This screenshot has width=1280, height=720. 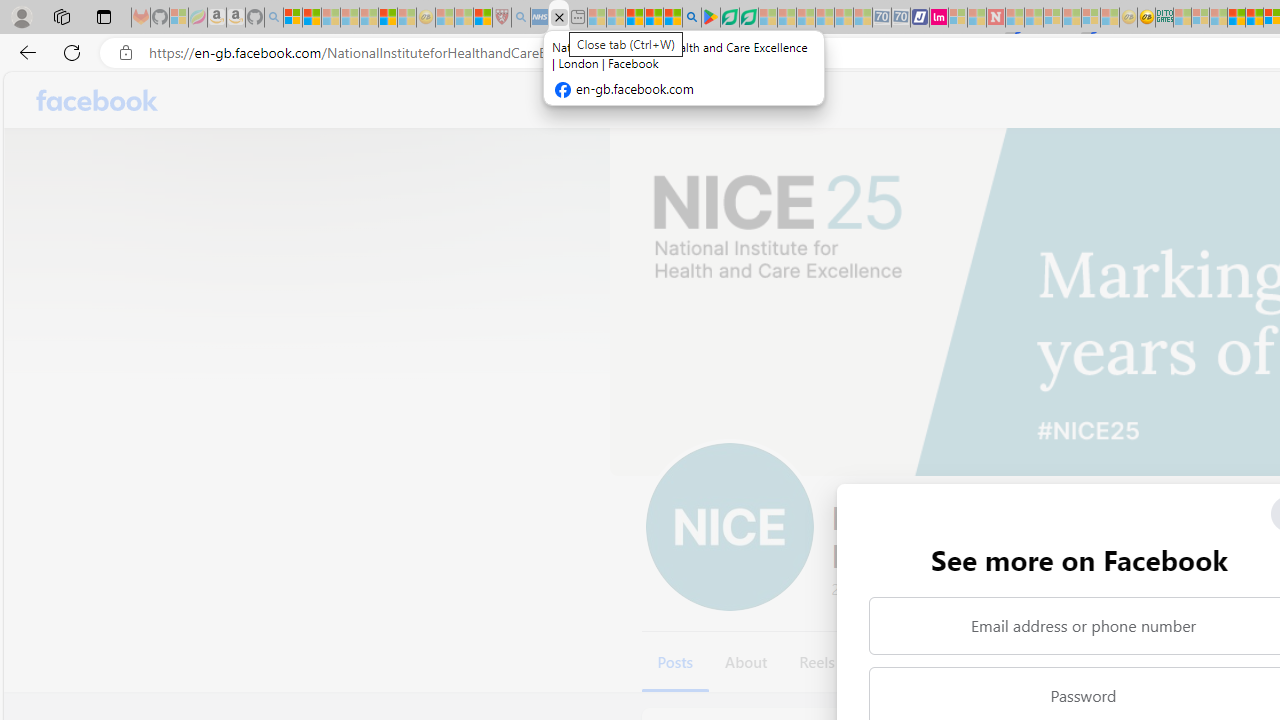 I want to click on 'Expert Portfolios', so click(x=1235, y=17).